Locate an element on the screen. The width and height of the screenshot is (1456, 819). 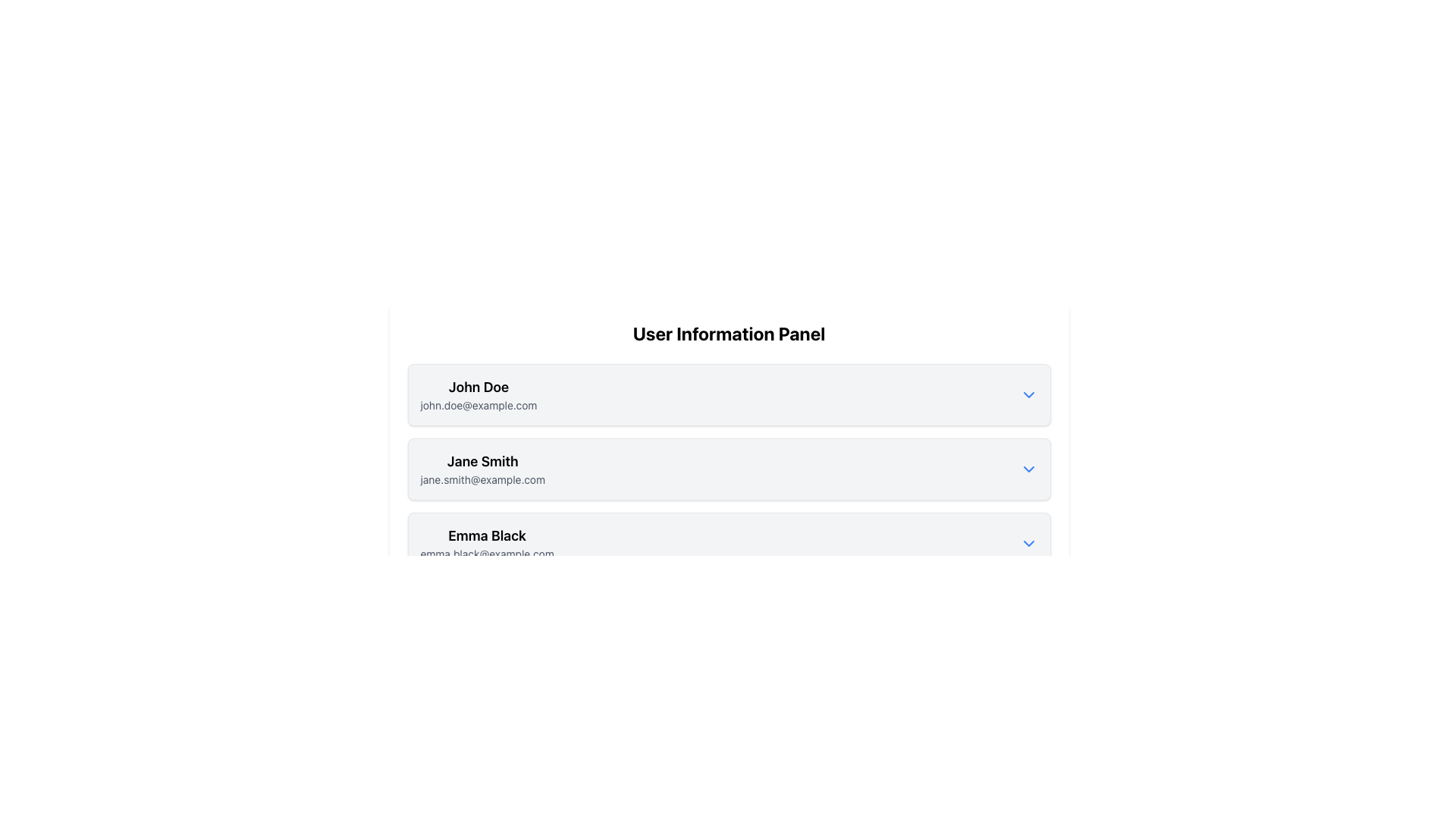
the text label displaying 'Jane Smith' in bold, large-sized font, which is the second entry in the user information panel is located at coordinates (482, 461).